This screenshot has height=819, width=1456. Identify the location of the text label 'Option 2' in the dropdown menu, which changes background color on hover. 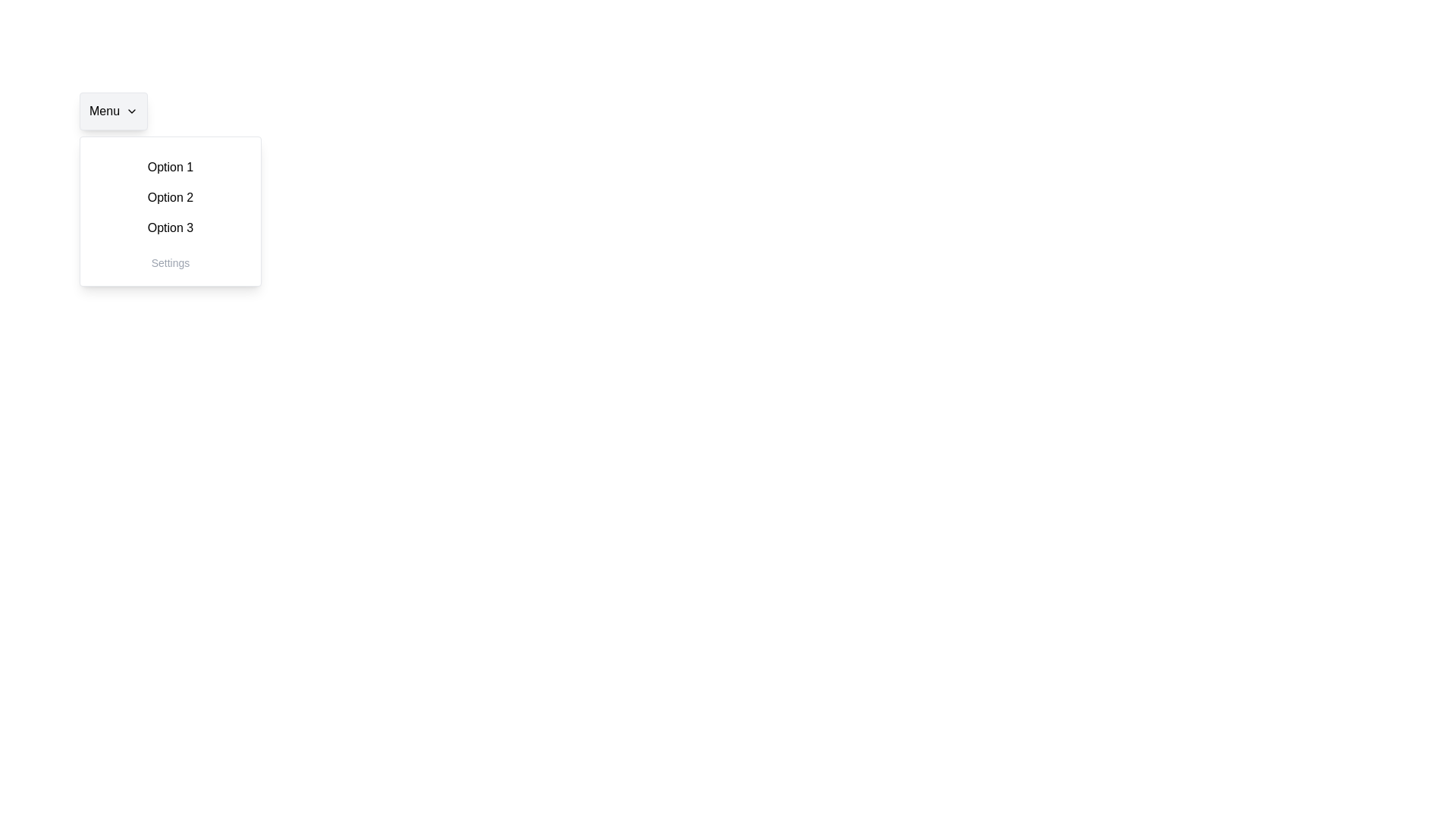
(171, 197).